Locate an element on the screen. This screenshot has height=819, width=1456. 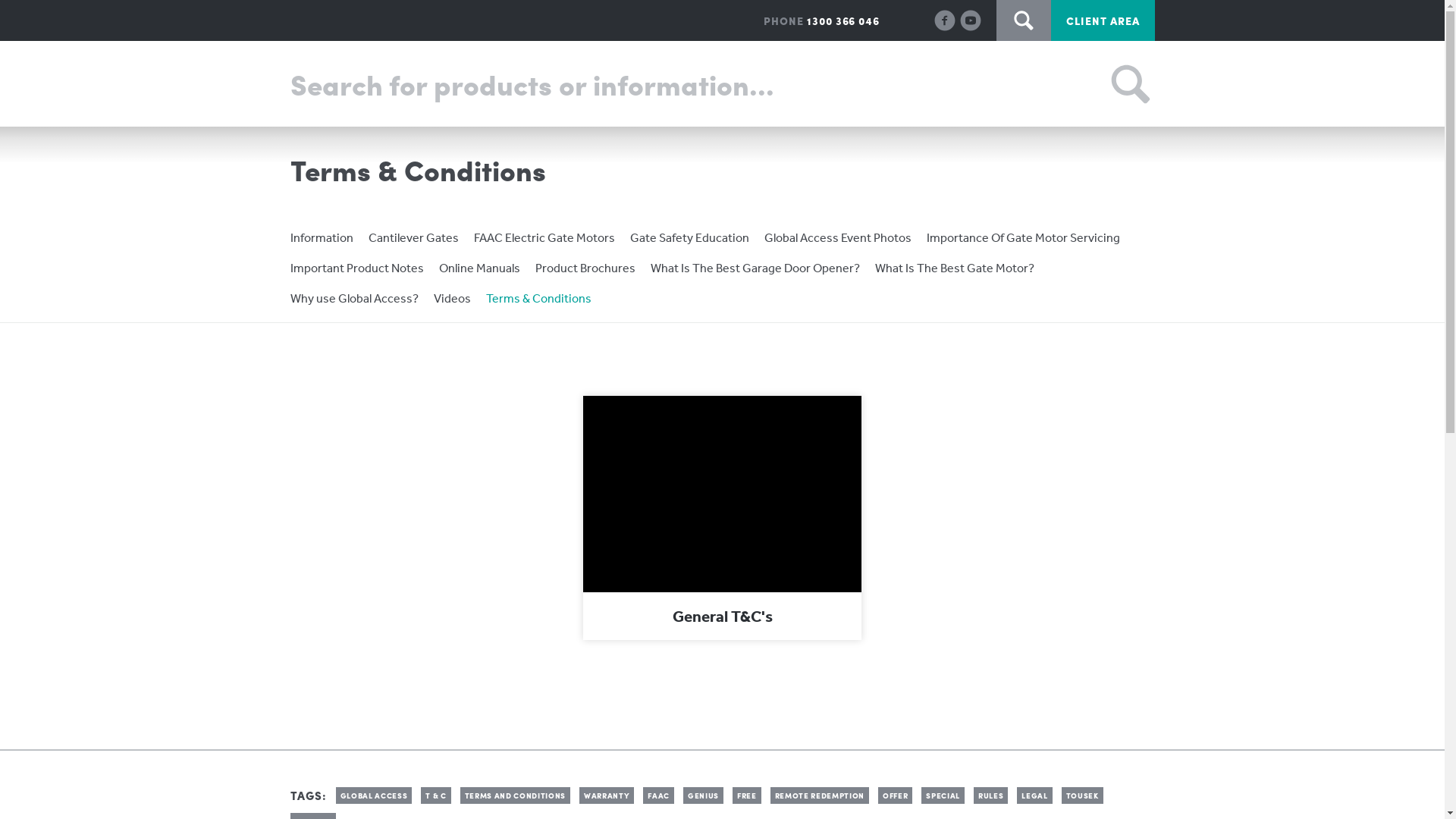
'Product Brochures' is located at coordinates (585, 267).